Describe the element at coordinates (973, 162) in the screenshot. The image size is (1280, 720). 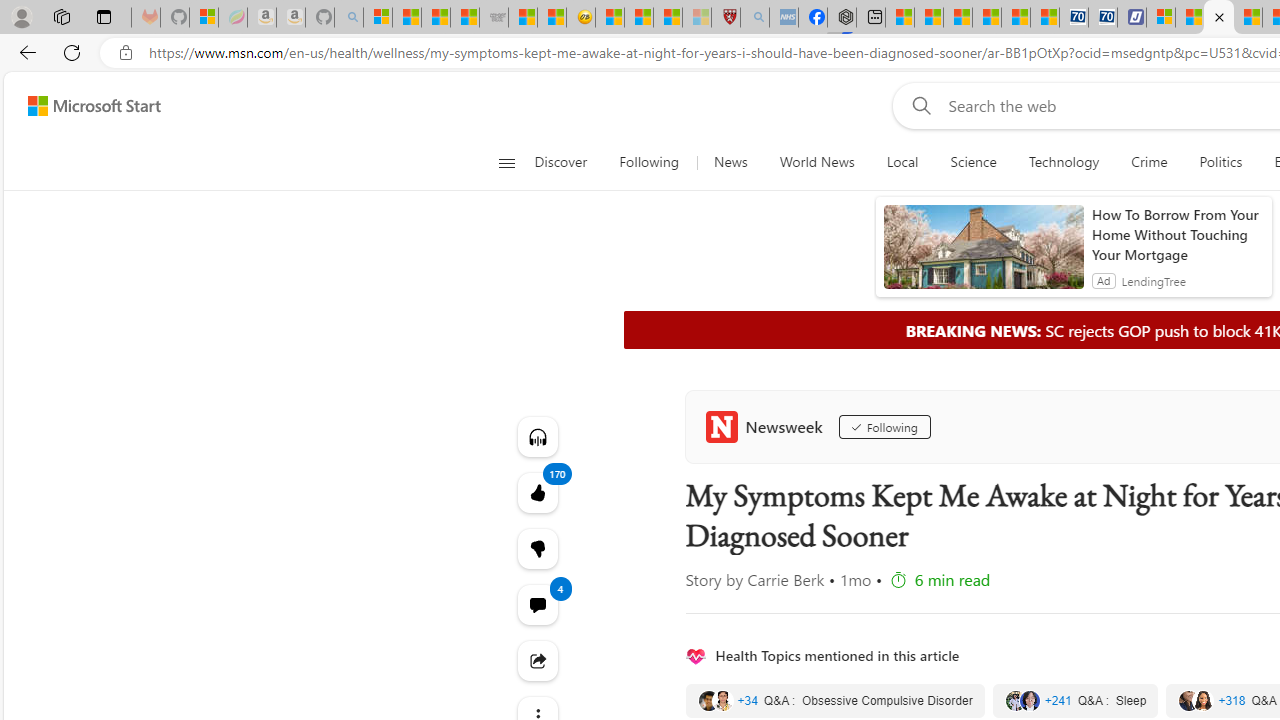
I see `'Science'` at that location.